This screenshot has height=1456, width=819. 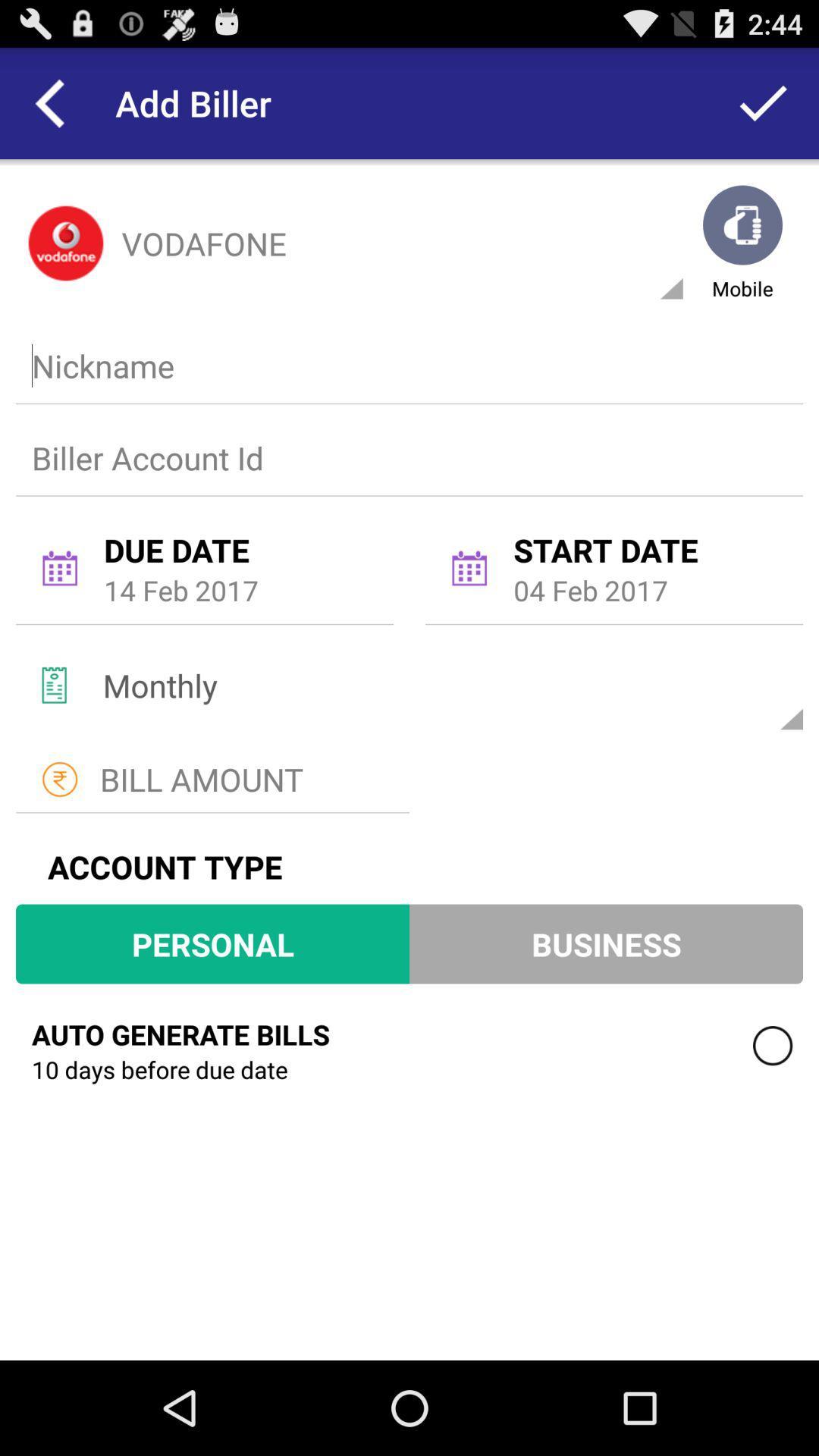 I want to click on the business button, so click(x=605, y=943).